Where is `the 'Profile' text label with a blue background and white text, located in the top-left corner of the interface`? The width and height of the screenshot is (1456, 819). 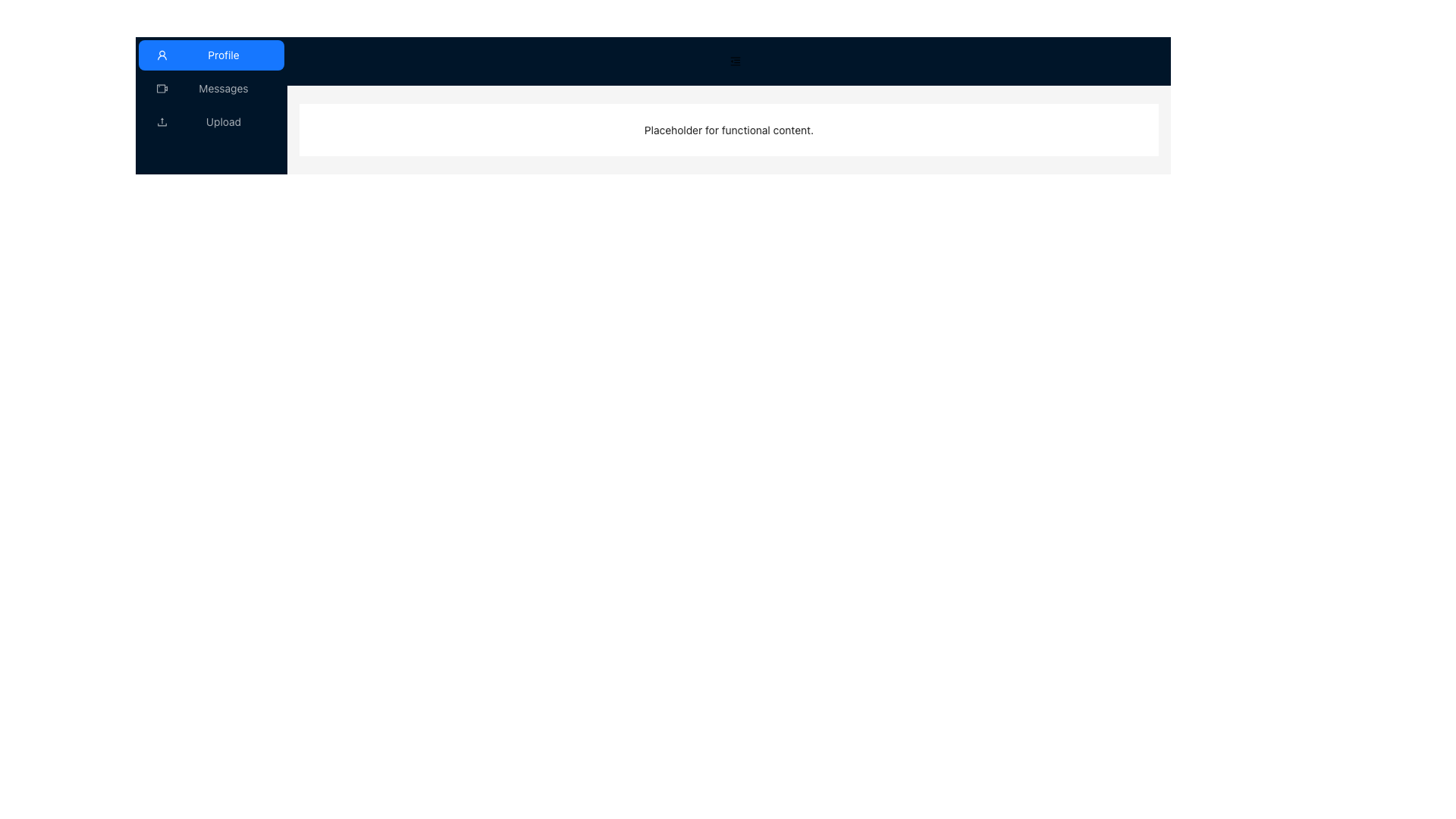 the 'Profile' text label with a blue background and white text, located in the top-left corner of the interface is located at coordinates (222, 55).